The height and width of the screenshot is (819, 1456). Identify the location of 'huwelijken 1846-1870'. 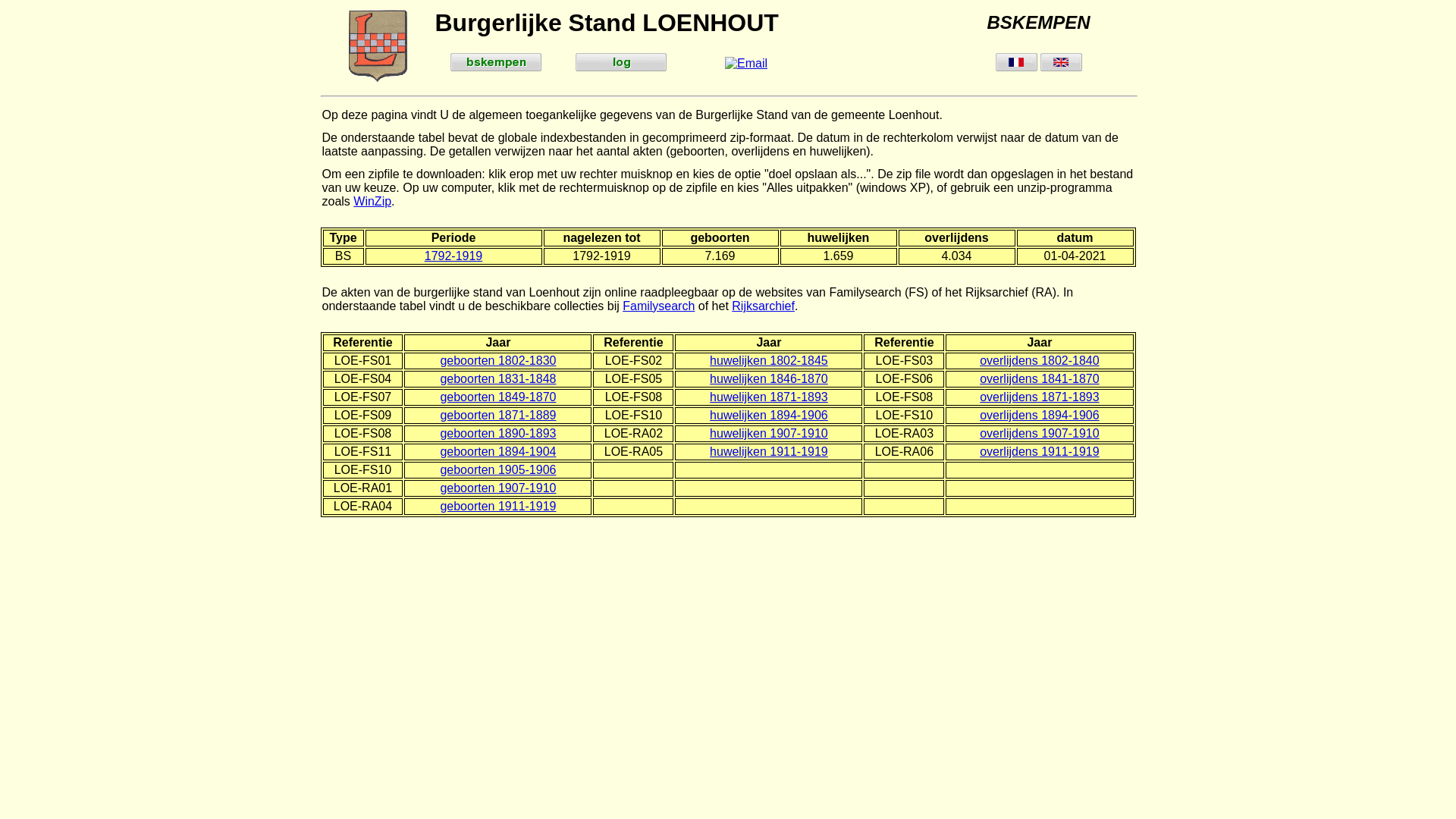
(709, 378).